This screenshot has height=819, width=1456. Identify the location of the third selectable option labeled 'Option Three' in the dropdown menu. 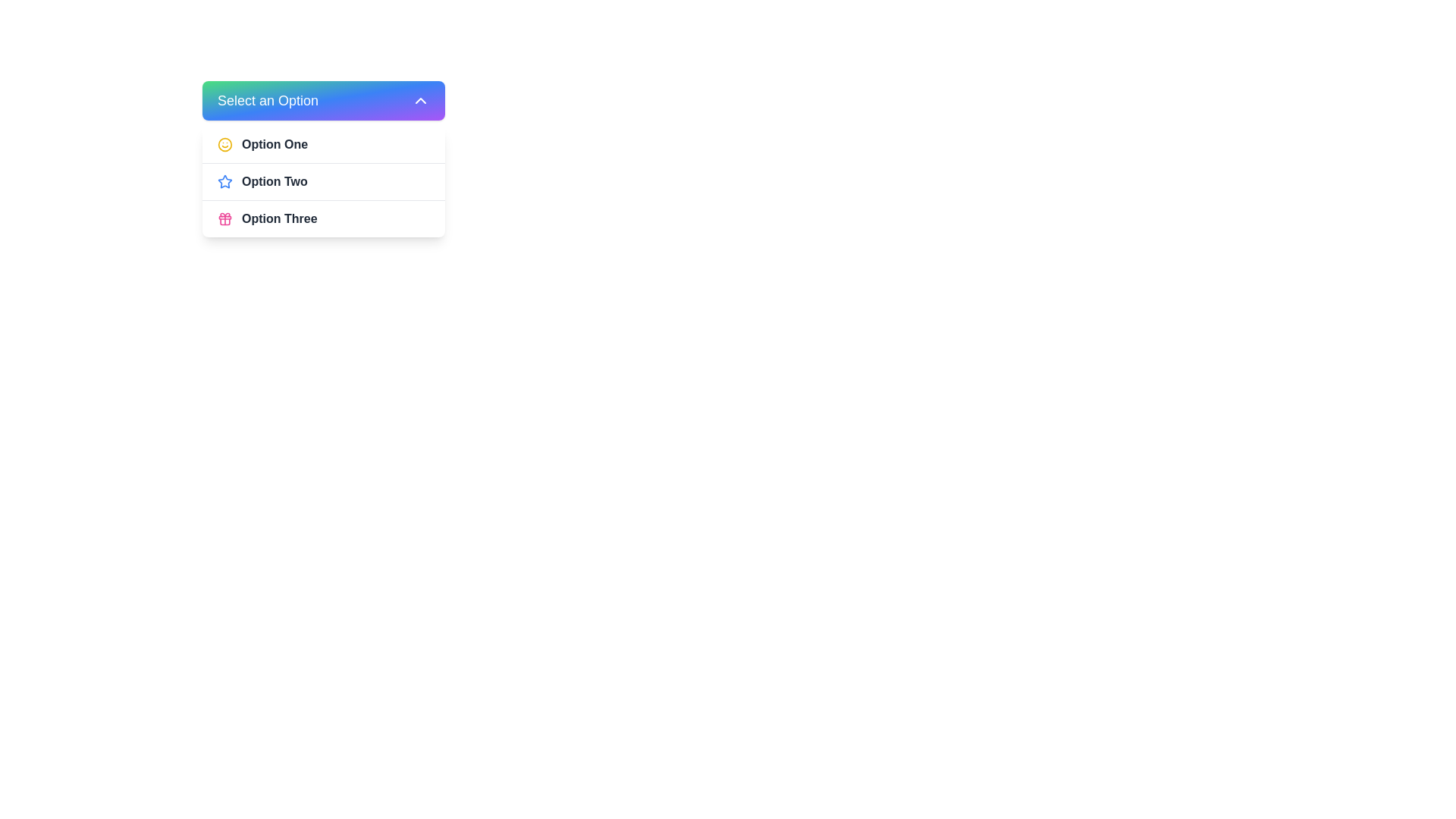
(323, 218).